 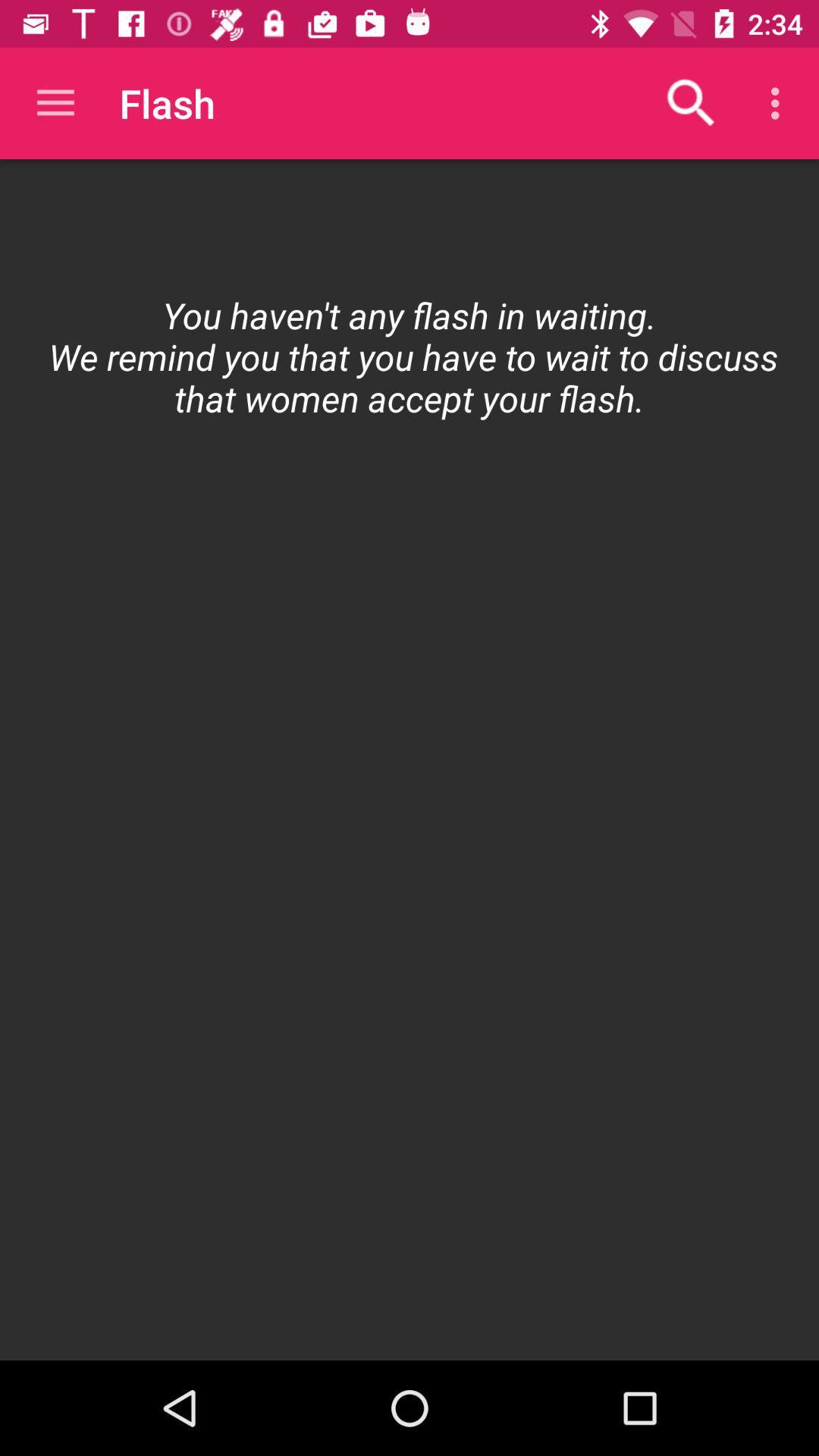 I want to click on icon next to the flash icon, so click(x=55, y=102).